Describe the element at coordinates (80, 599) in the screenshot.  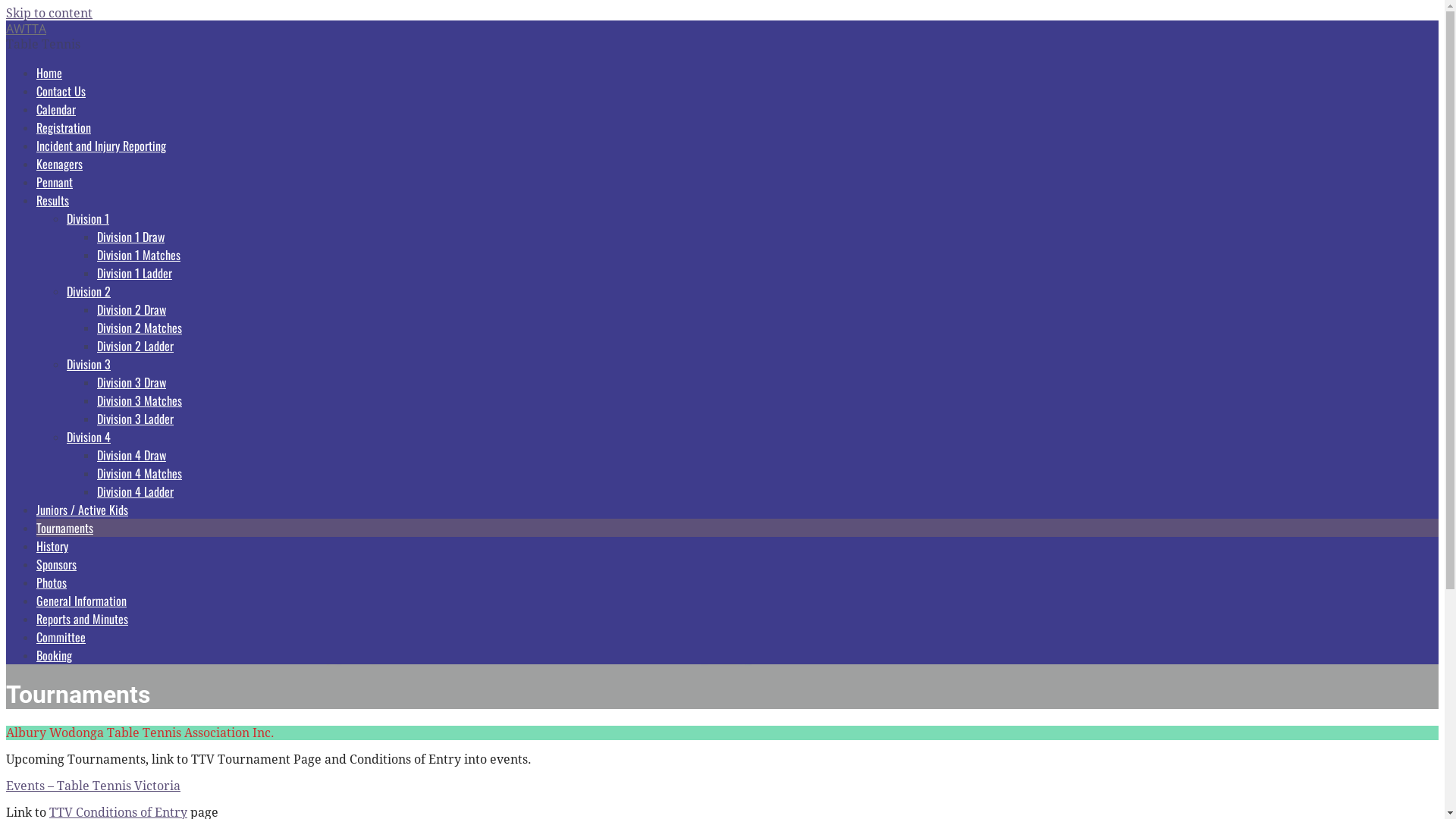
I see `'General Information'` at that location.